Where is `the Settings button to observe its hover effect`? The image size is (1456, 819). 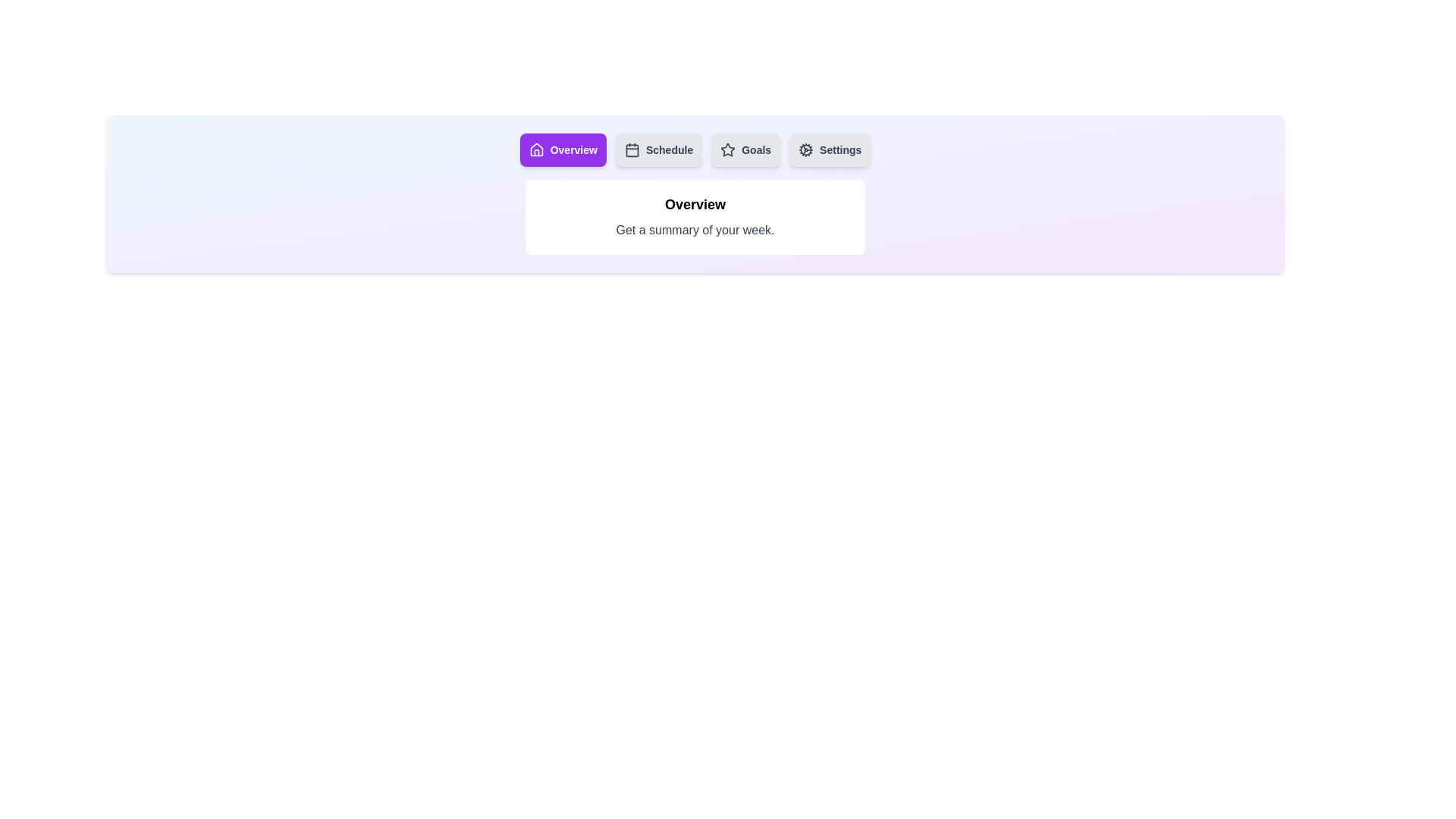
the Settings button to observe its hover effect is located at coordinates (829, 149).